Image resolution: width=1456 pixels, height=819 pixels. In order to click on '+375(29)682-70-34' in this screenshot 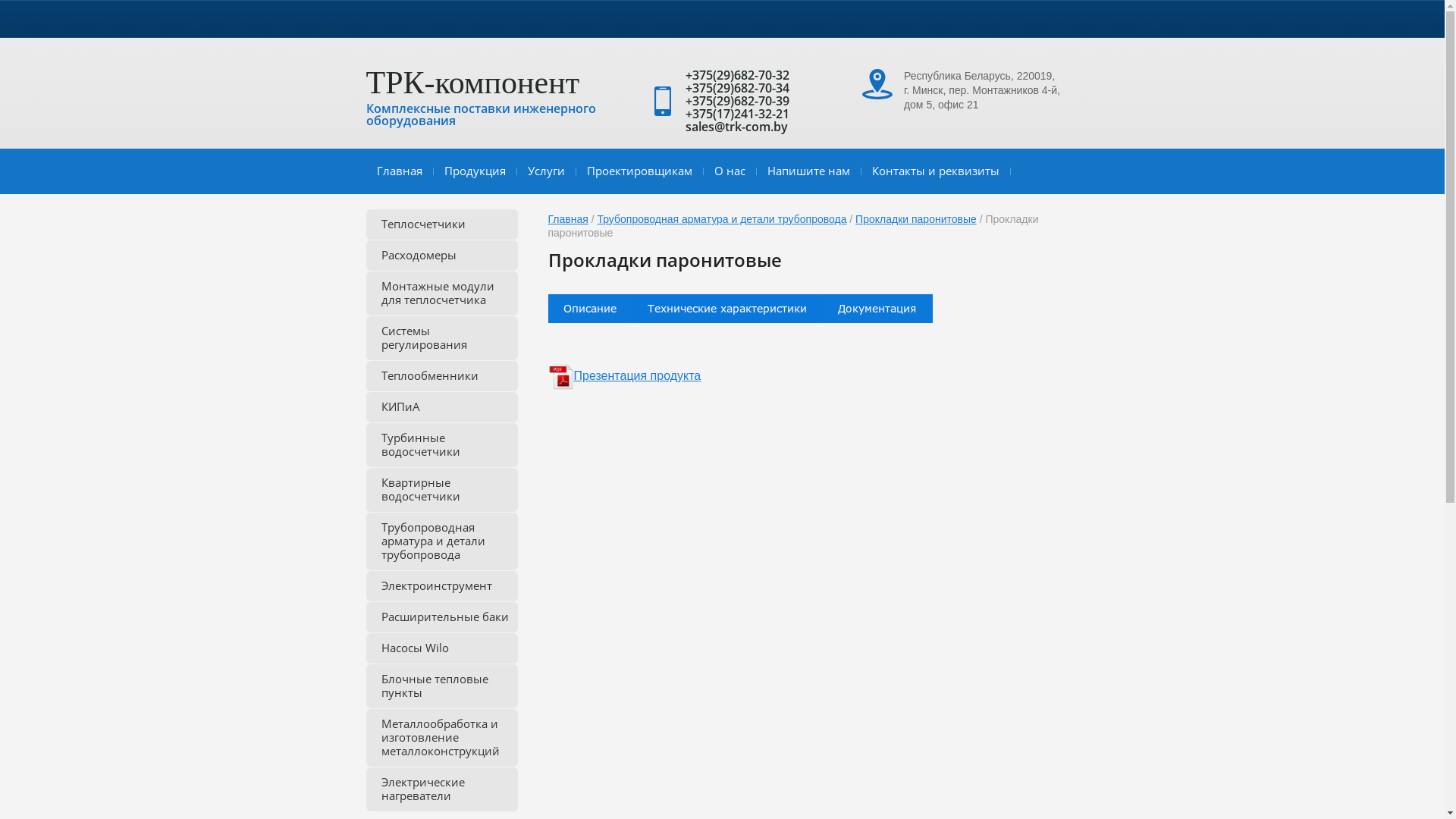, I will do `click(737, 87)`.